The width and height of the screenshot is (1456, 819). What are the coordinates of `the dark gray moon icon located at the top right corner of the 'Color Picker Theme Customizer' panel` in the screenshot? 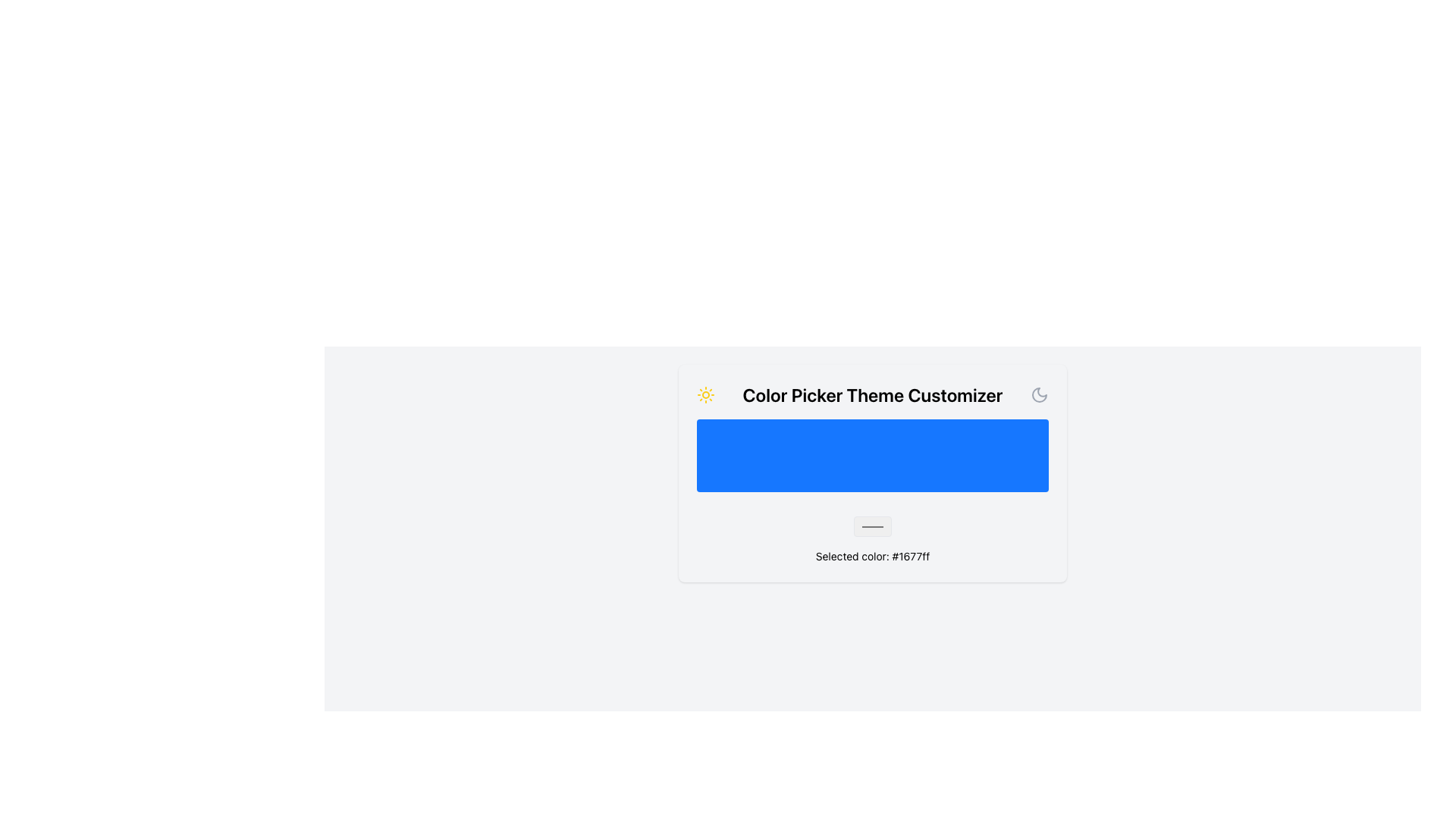 It's located at (1039, 394).